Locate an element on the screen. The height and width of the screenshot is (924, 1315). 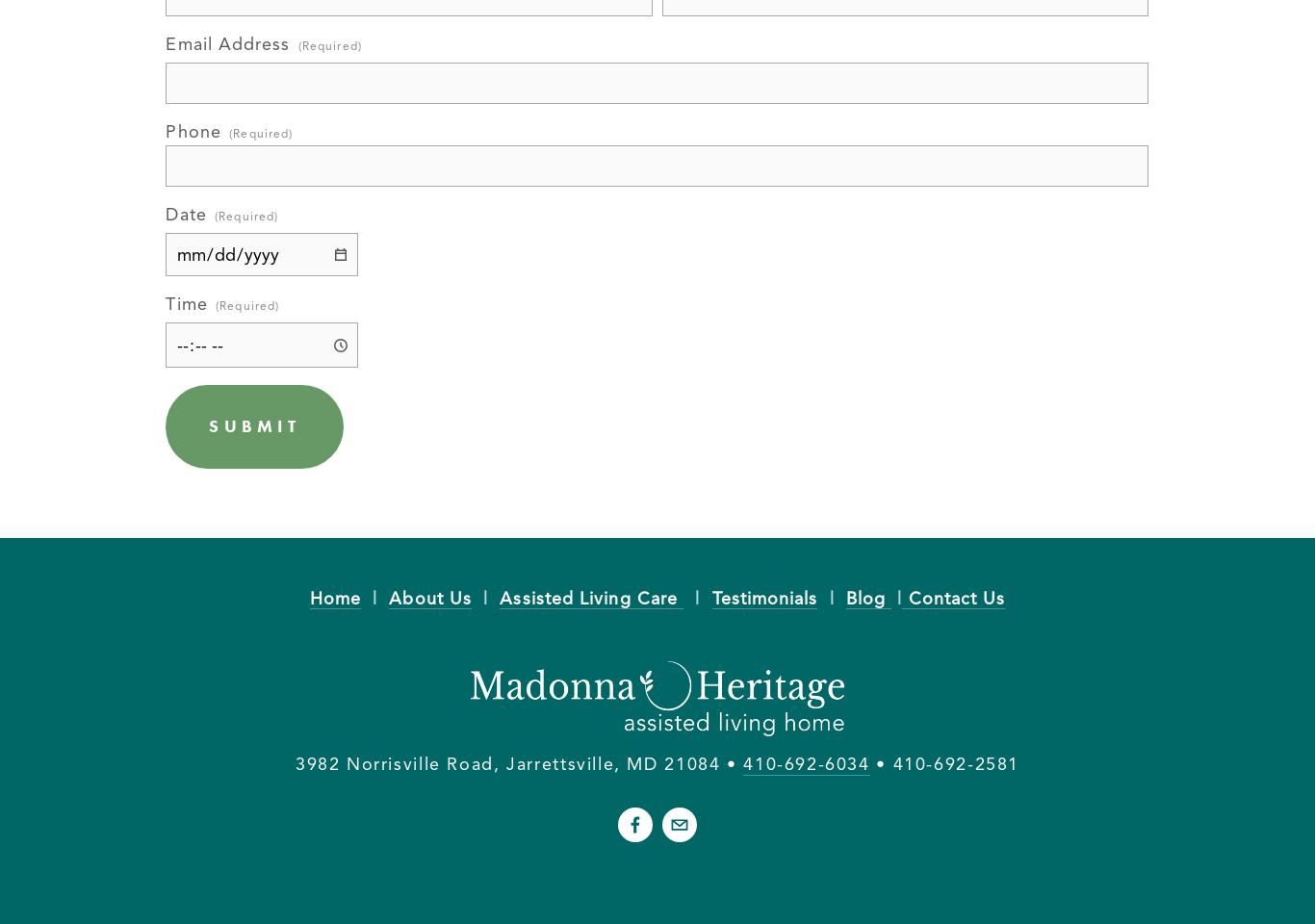
'Testimonials' is located at coordinates (764, 596).